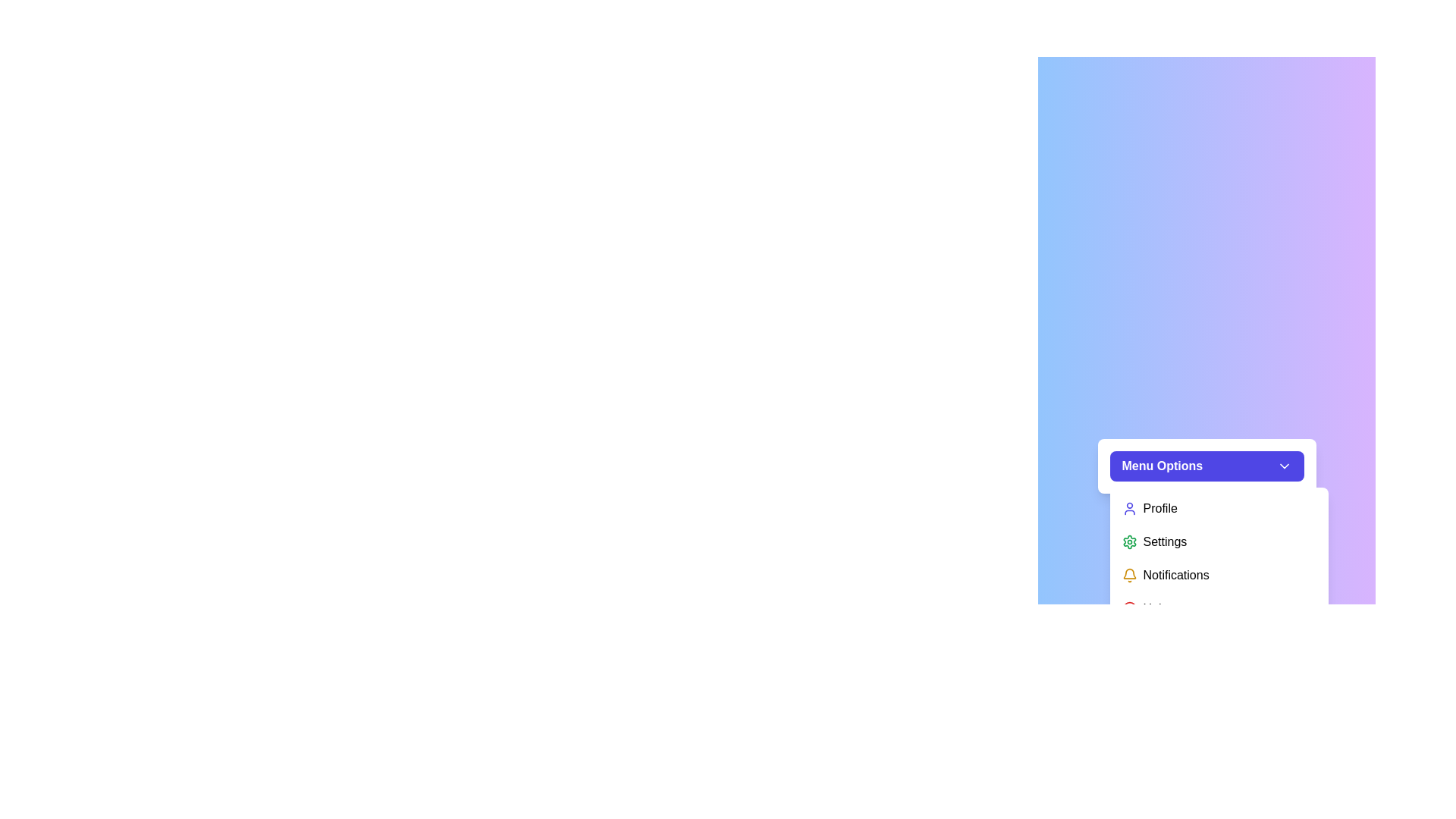 Image resolution: width=1456 pixels, height=819 pixels. What do you see at coordinates (1219, 509) in the screenshot?
I see `the first menu item in the dropdown menu` at bounding box center [1219, 509].